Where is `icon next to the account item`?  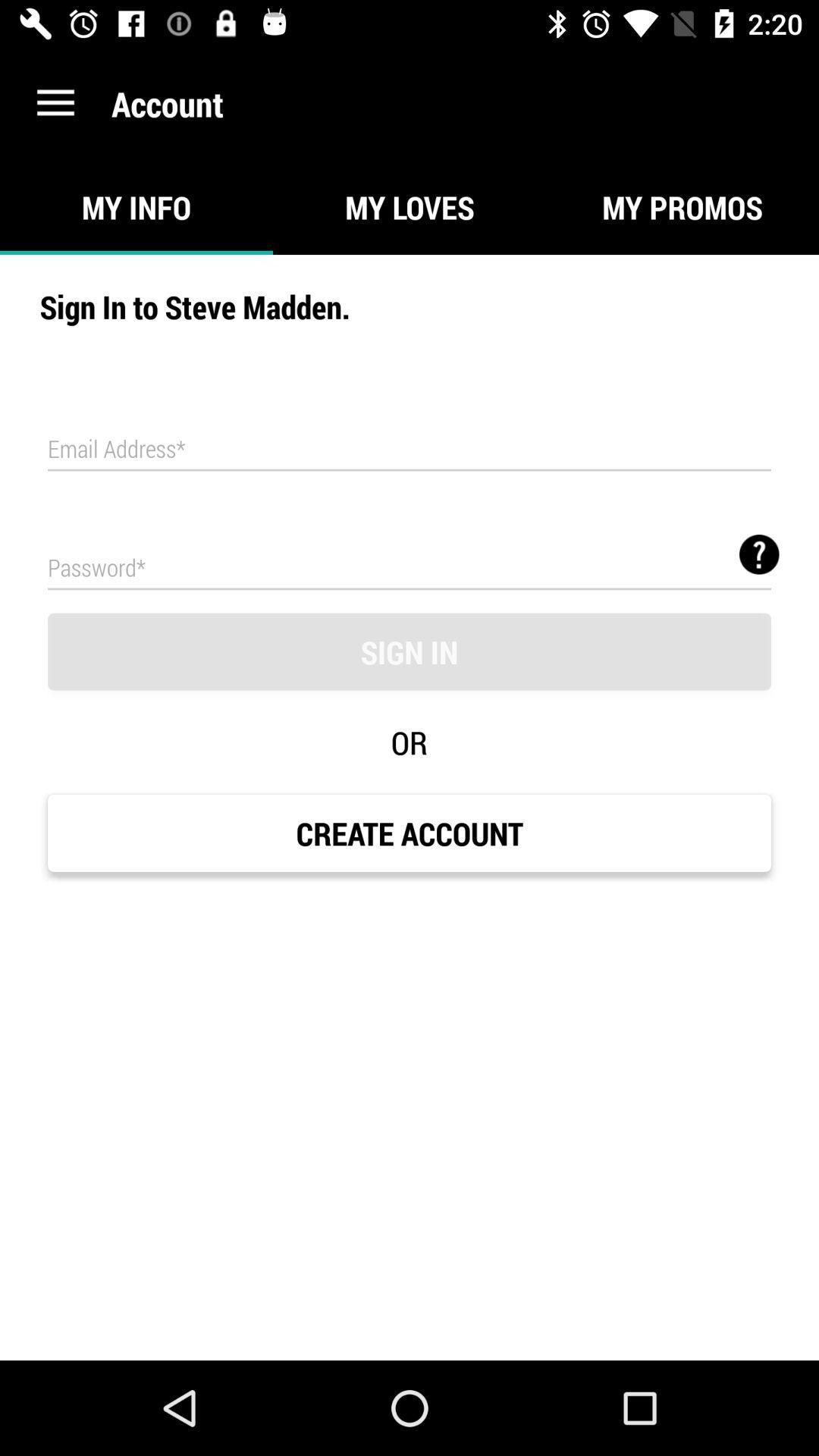 icon next to the account item is located at coordinates (55, 102).